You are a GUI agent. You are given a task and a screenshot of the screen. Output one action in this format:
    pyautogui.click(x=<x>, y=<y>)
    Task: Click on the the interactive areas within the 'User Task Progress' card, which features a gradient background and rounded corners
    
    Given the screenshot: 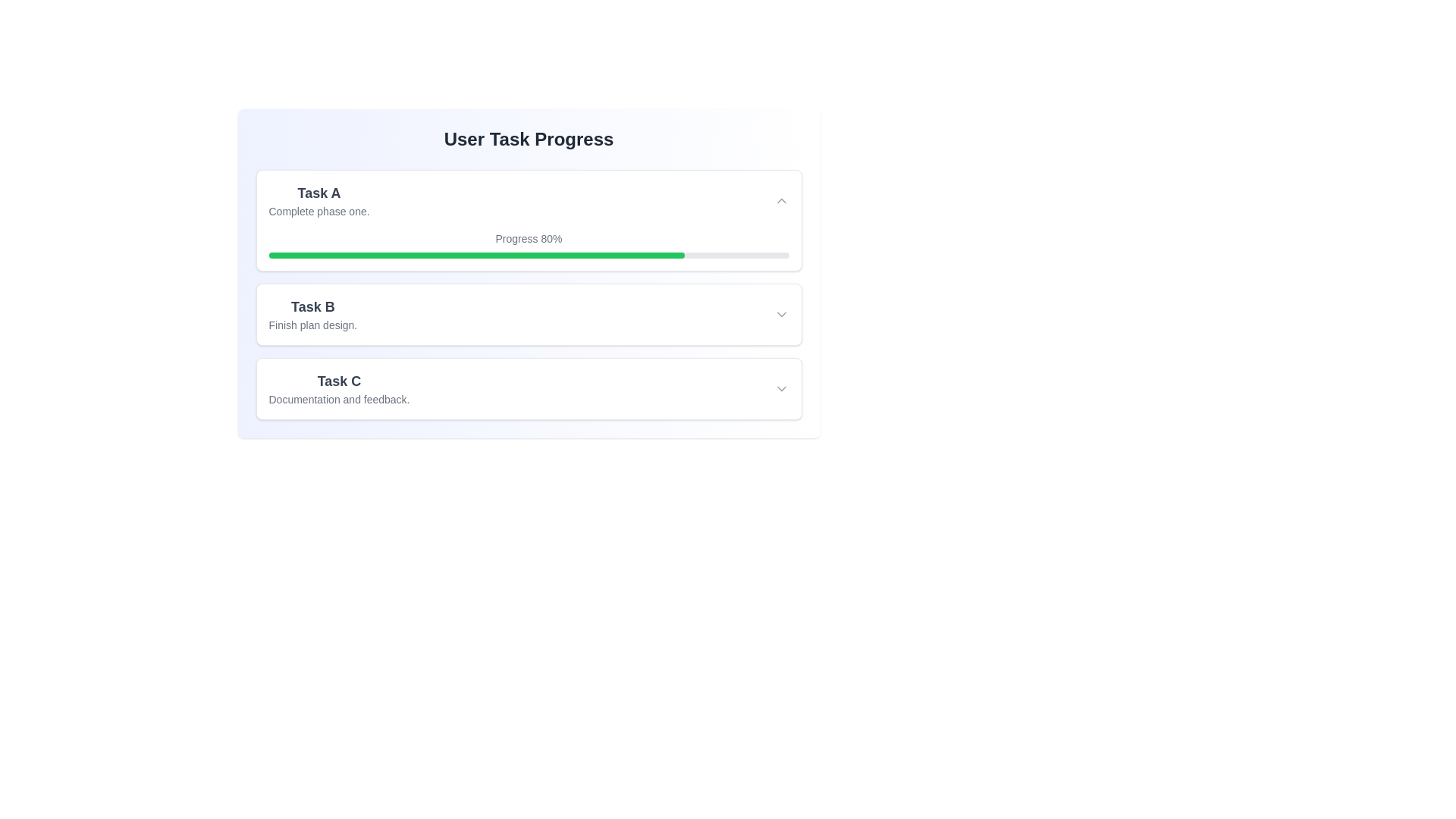 What is the action you would take?
    pyautogui.click(x=529, y=274)
    